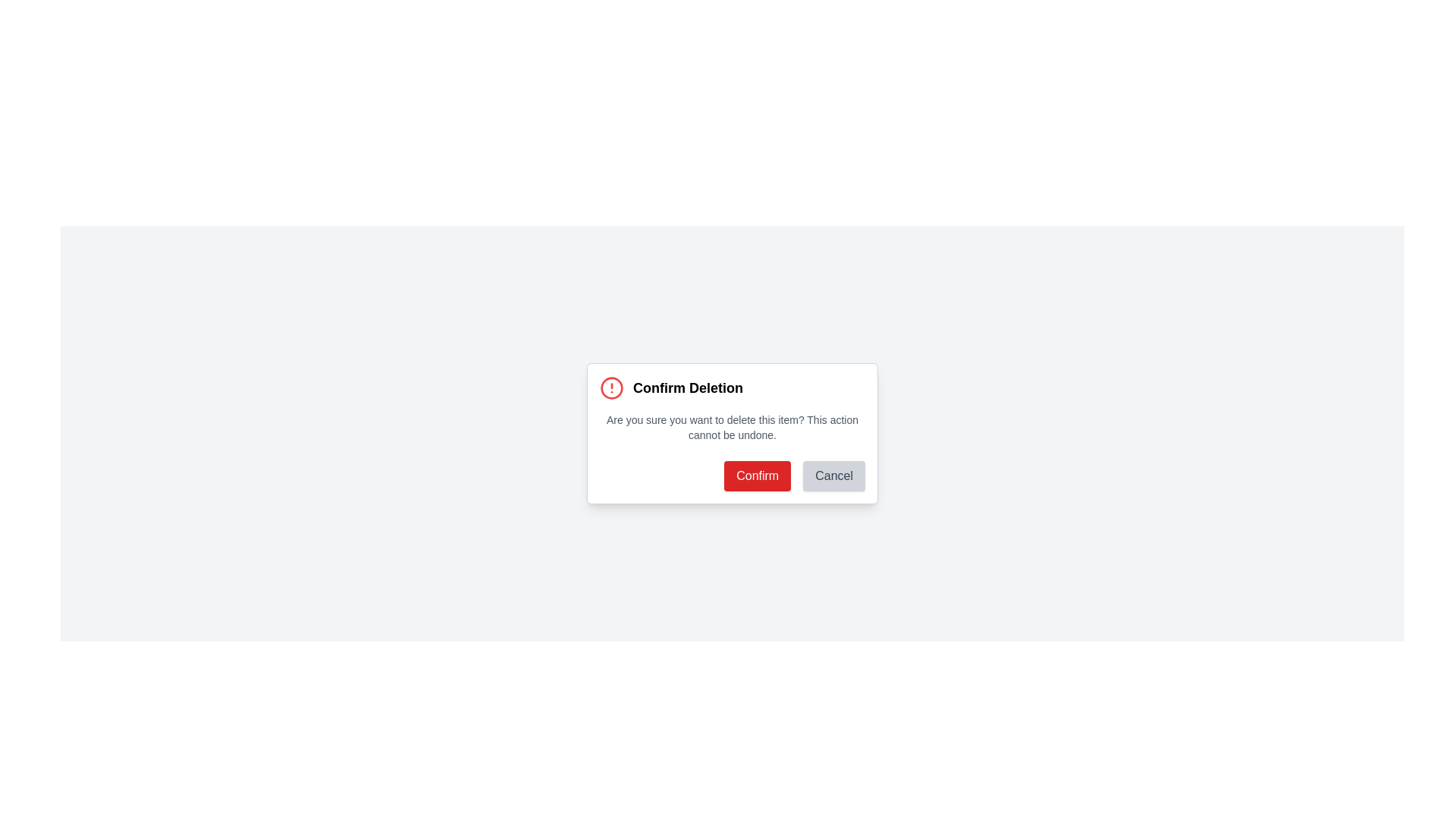 The image size is (1456, 819). What do you see at coordinates (732, 433) in the screenshot?
I see `message from the confirmation dialog located at the center of the dimmed background overlay` at bounding box center [732, 433].